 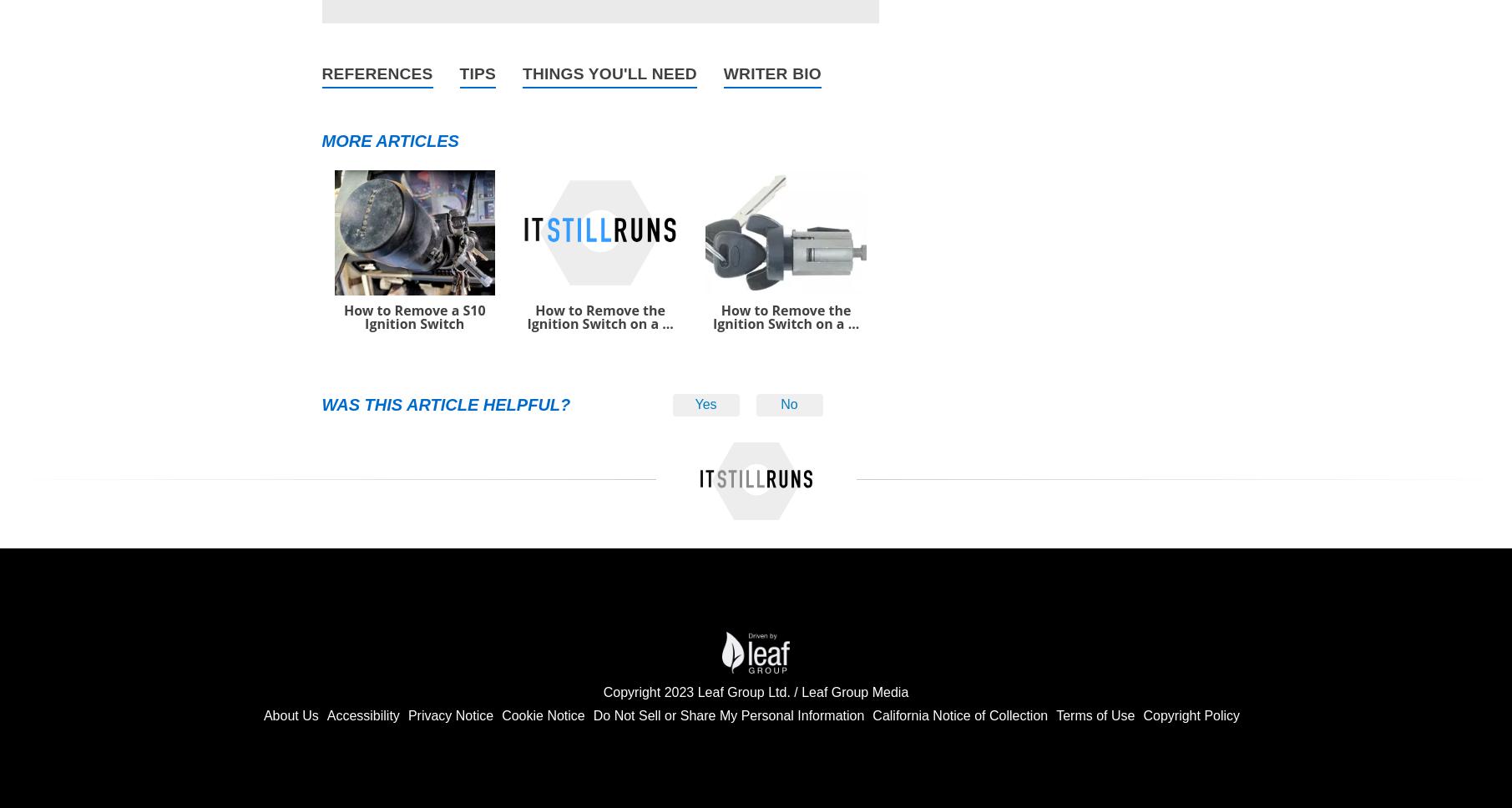 What do you see at coordinates (1095, 715) in the screenshot?
I see `'Terms of Use'` at bounding box center [1095, 715].